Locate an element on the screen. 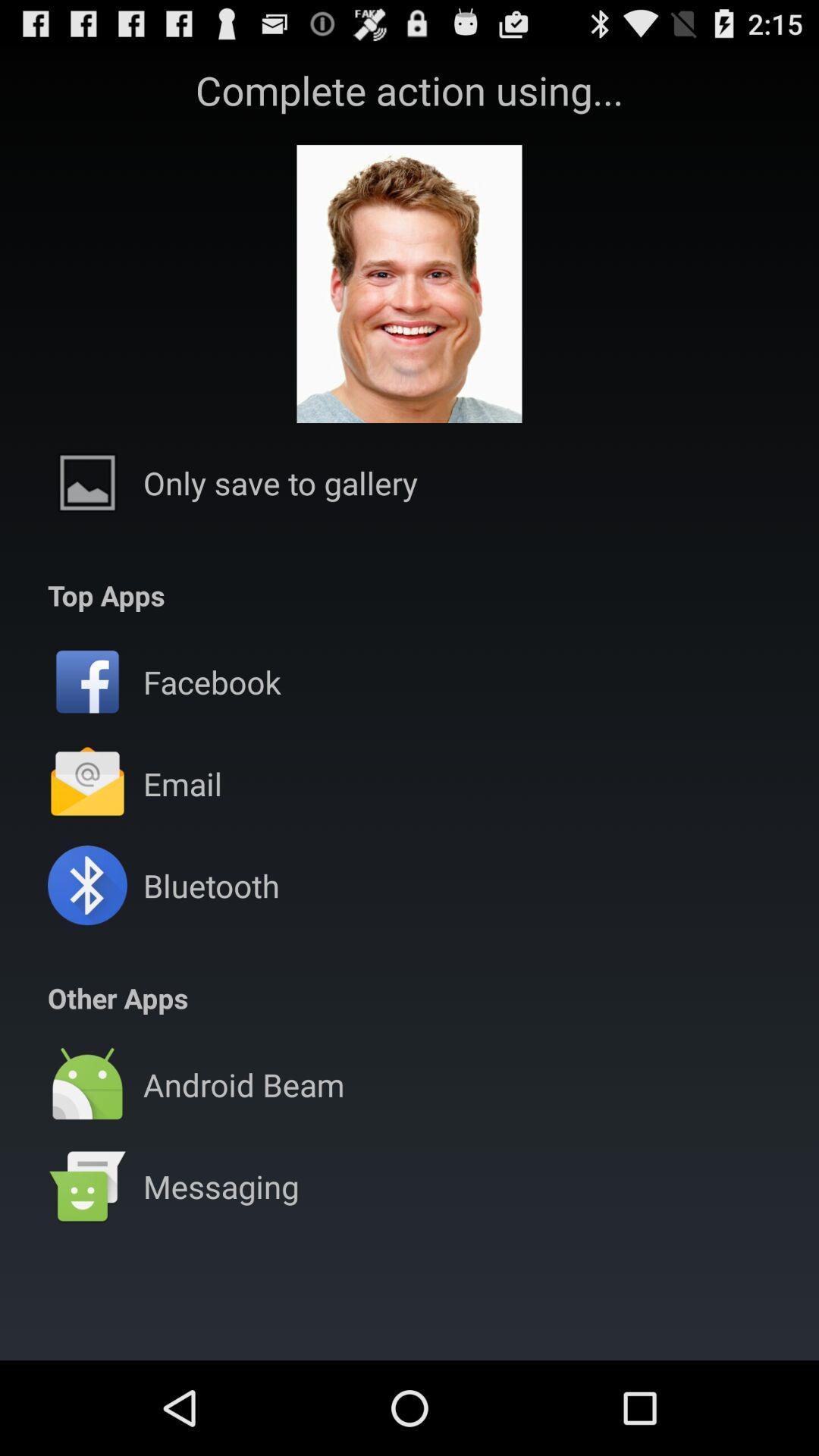  the facebook app is located at coordinates (212, 681).